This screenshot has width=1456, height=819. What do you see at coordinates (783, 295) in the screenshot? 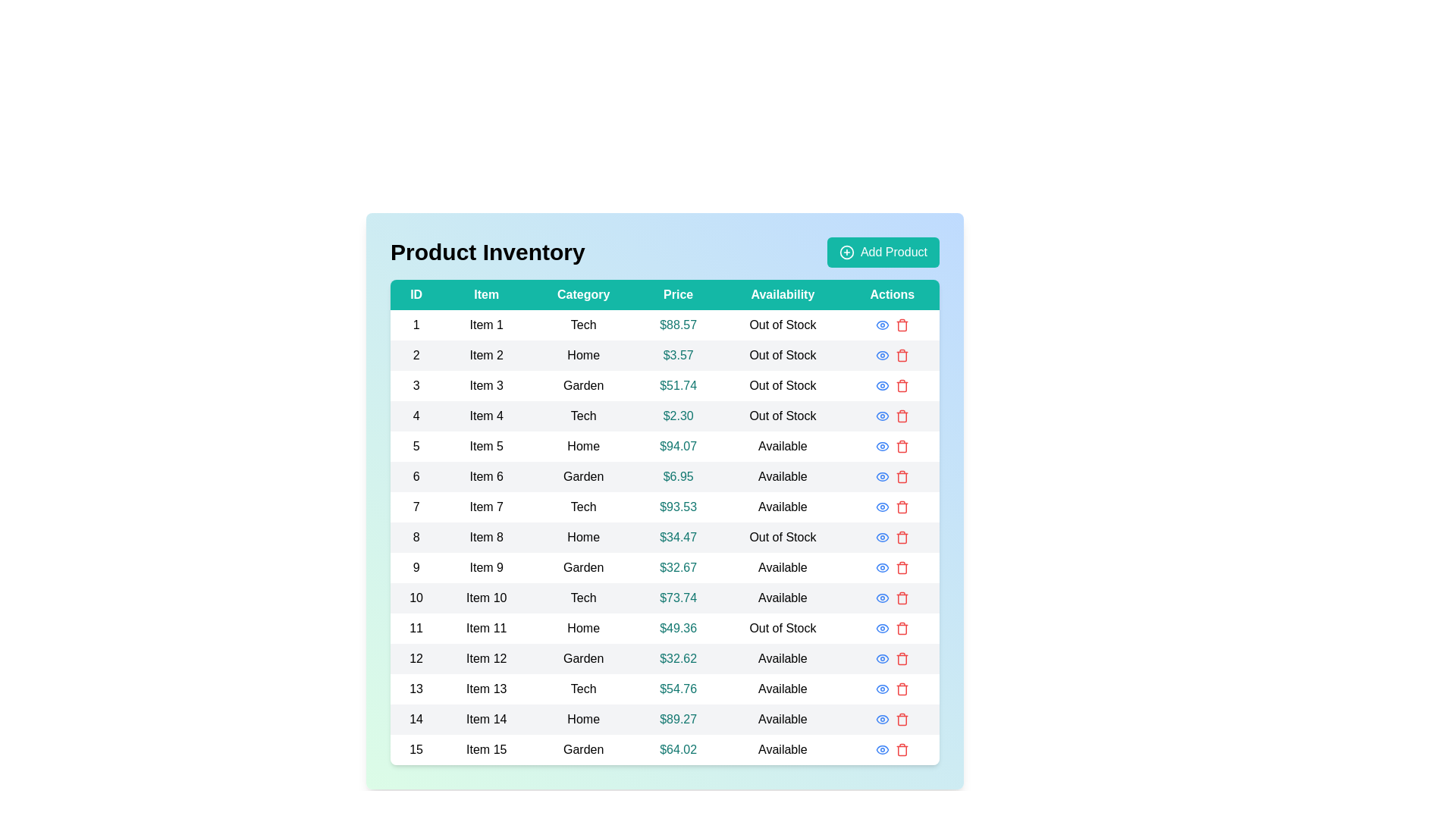
I see `the Availability header to sort the table by that column` at bounding box center [783, 295].